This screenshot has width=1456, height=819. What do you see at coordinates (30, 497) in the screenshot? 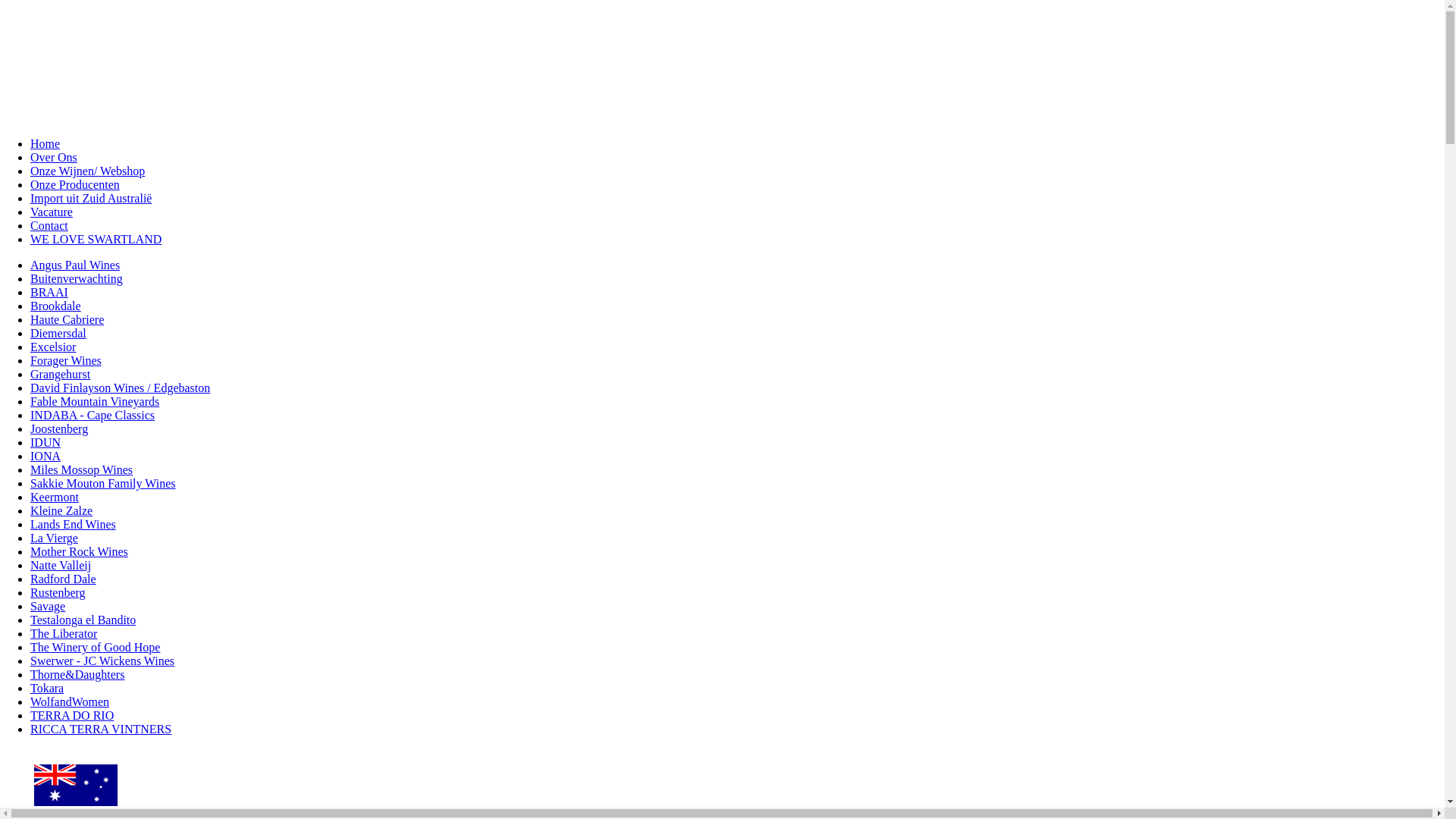
I see `'Keermont'` at bounding box center [30, 497].